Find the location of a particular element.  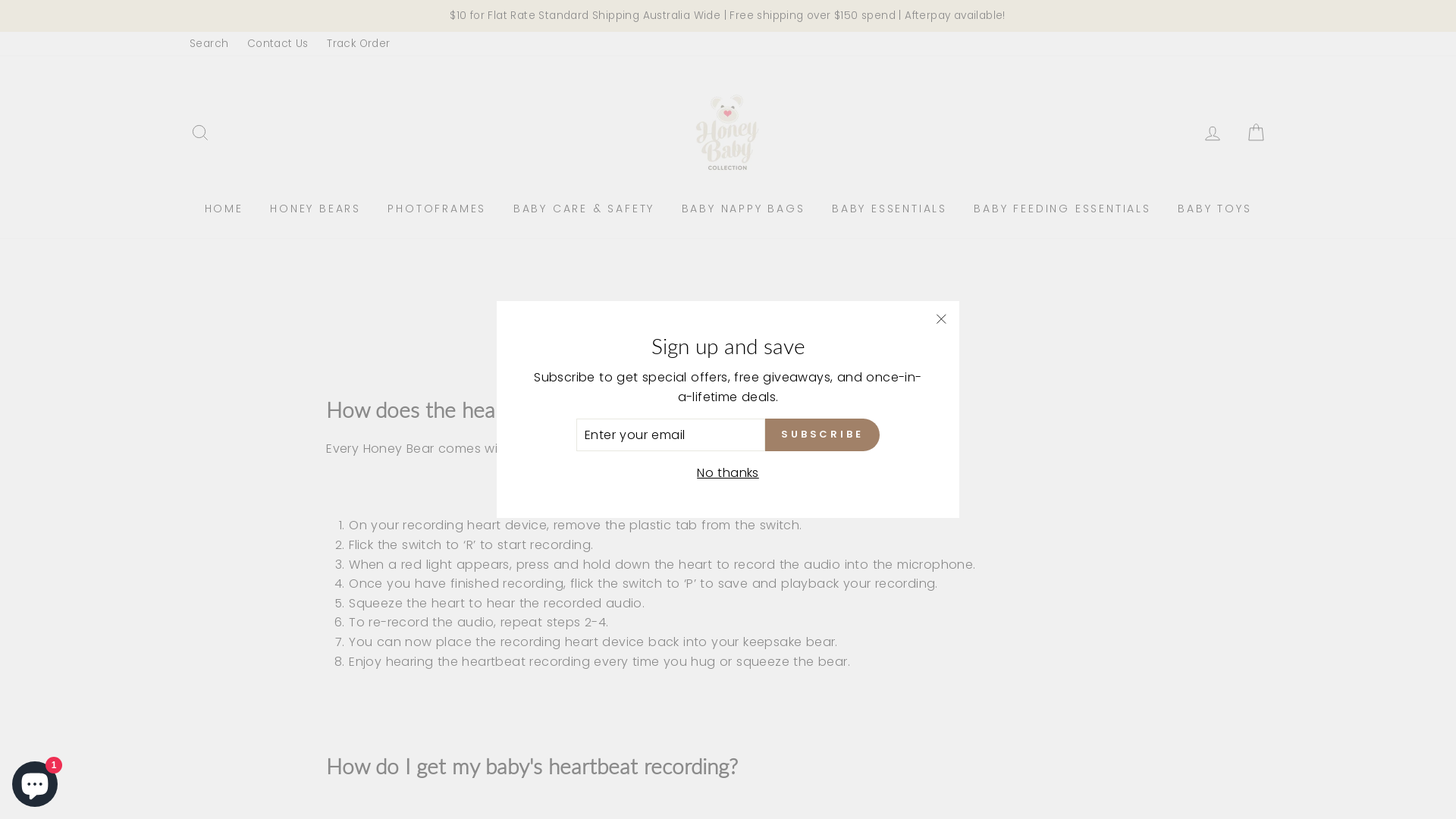

'HOME' is located at coordinates (192, 208).